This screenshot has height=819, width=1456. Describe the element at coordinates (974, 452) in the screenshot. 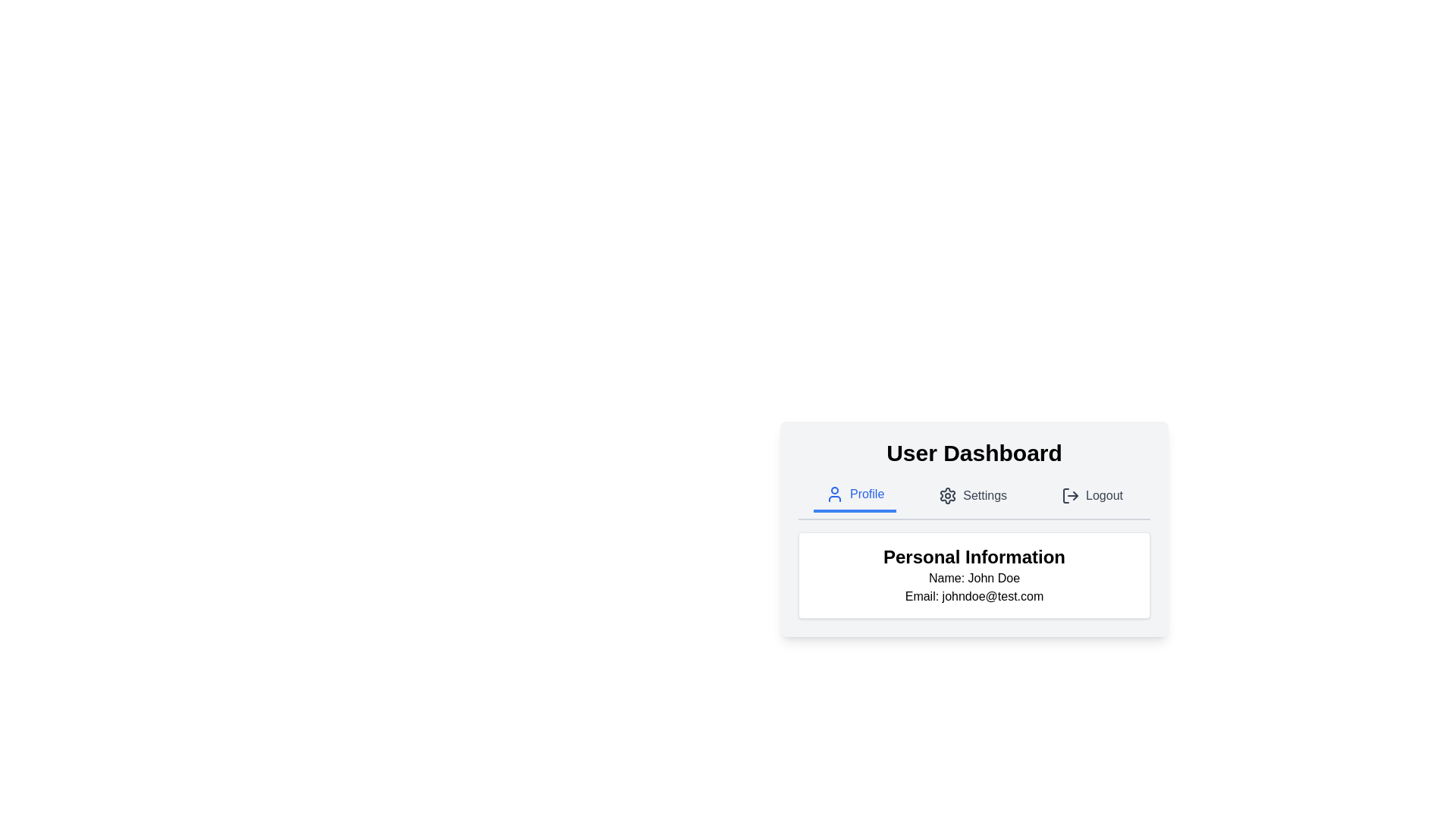

I see `header text indicating the 'User Dashboard' which is located at the top of the card-like structure containing navigation options` at that location.